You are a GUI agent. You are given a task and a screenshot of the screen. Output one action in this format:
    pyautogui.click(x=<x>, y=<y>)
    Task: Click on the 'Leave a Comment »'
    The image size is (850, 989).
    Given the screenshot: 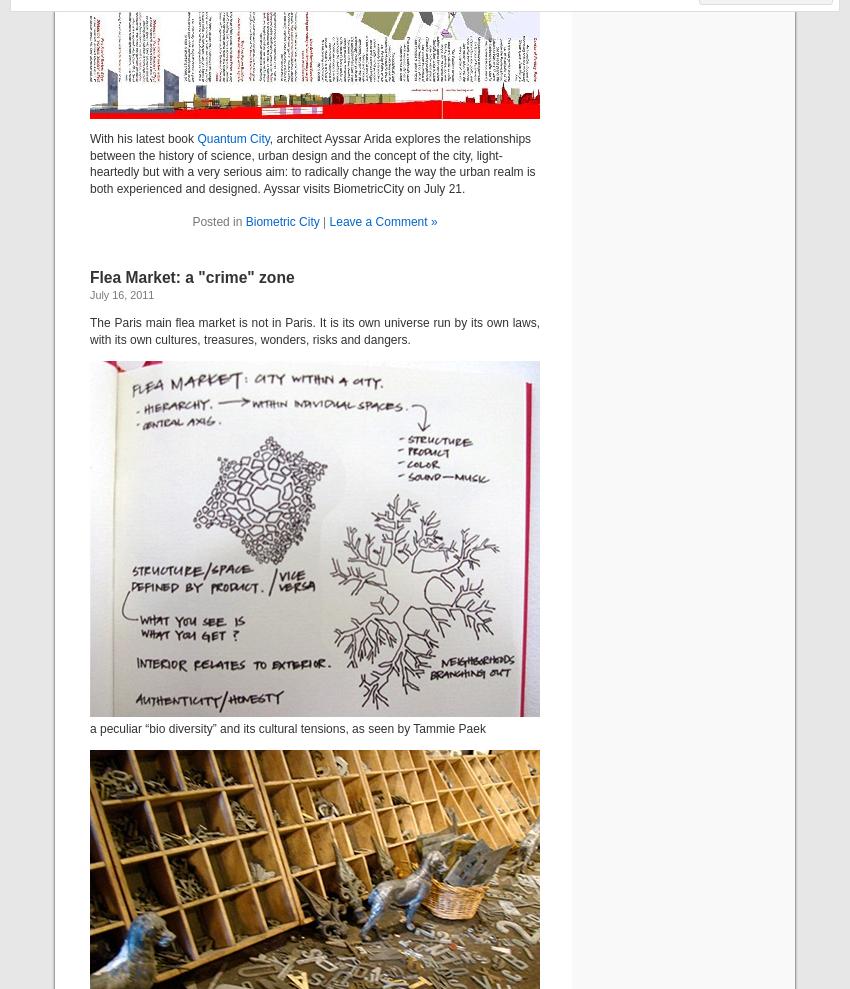 What is the action you would take?
    pyautogui.click(x=382, y=220)
    